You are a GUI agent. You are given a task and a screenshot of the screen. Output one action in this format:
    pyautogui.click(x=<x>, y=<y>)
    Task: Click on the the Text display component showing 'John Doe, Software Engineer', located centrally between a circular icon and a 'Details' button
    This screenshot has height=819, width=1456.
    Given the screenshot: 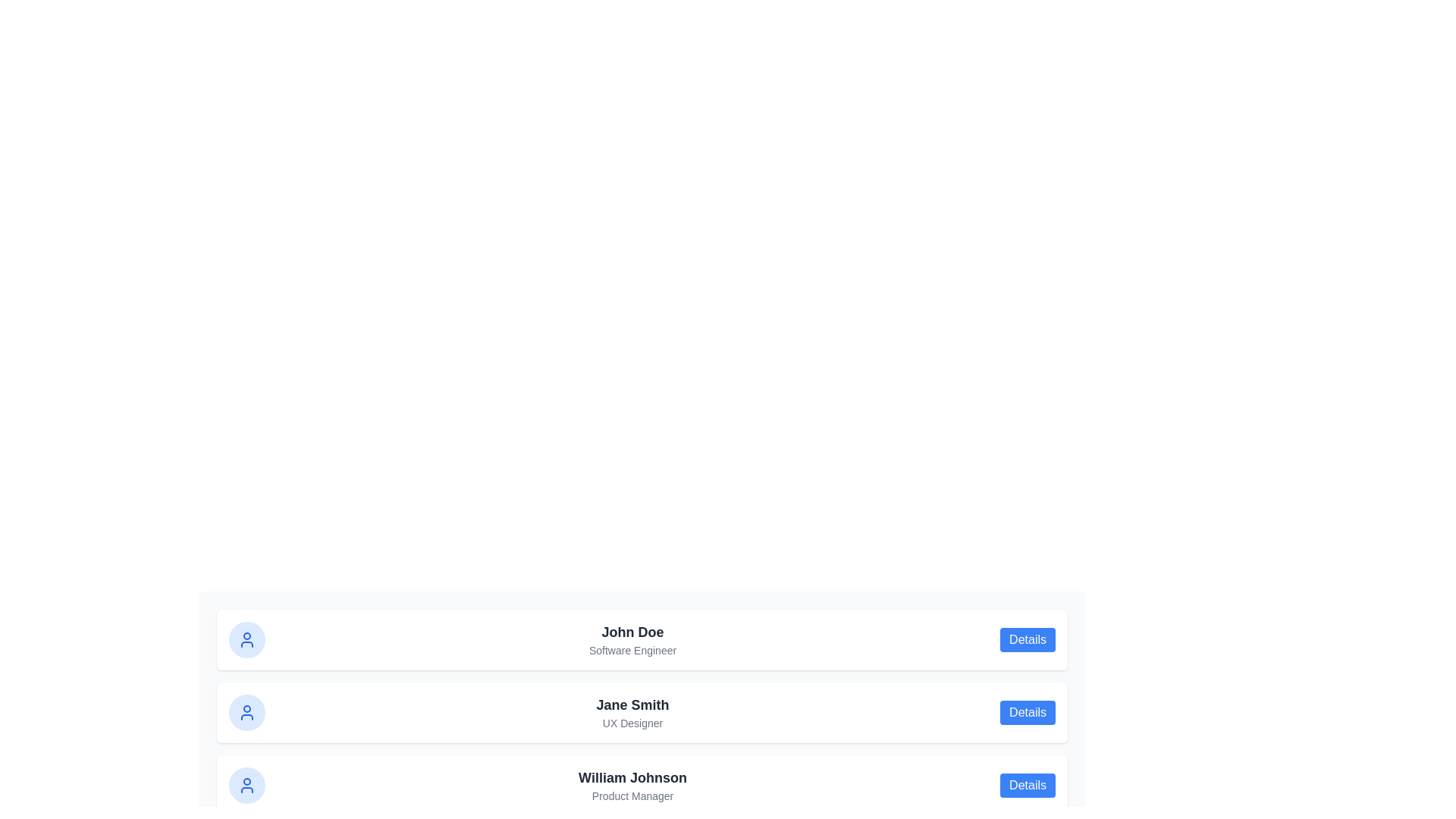 What is the action you would take?
    pyautogui.click(x=632, y=640)
    